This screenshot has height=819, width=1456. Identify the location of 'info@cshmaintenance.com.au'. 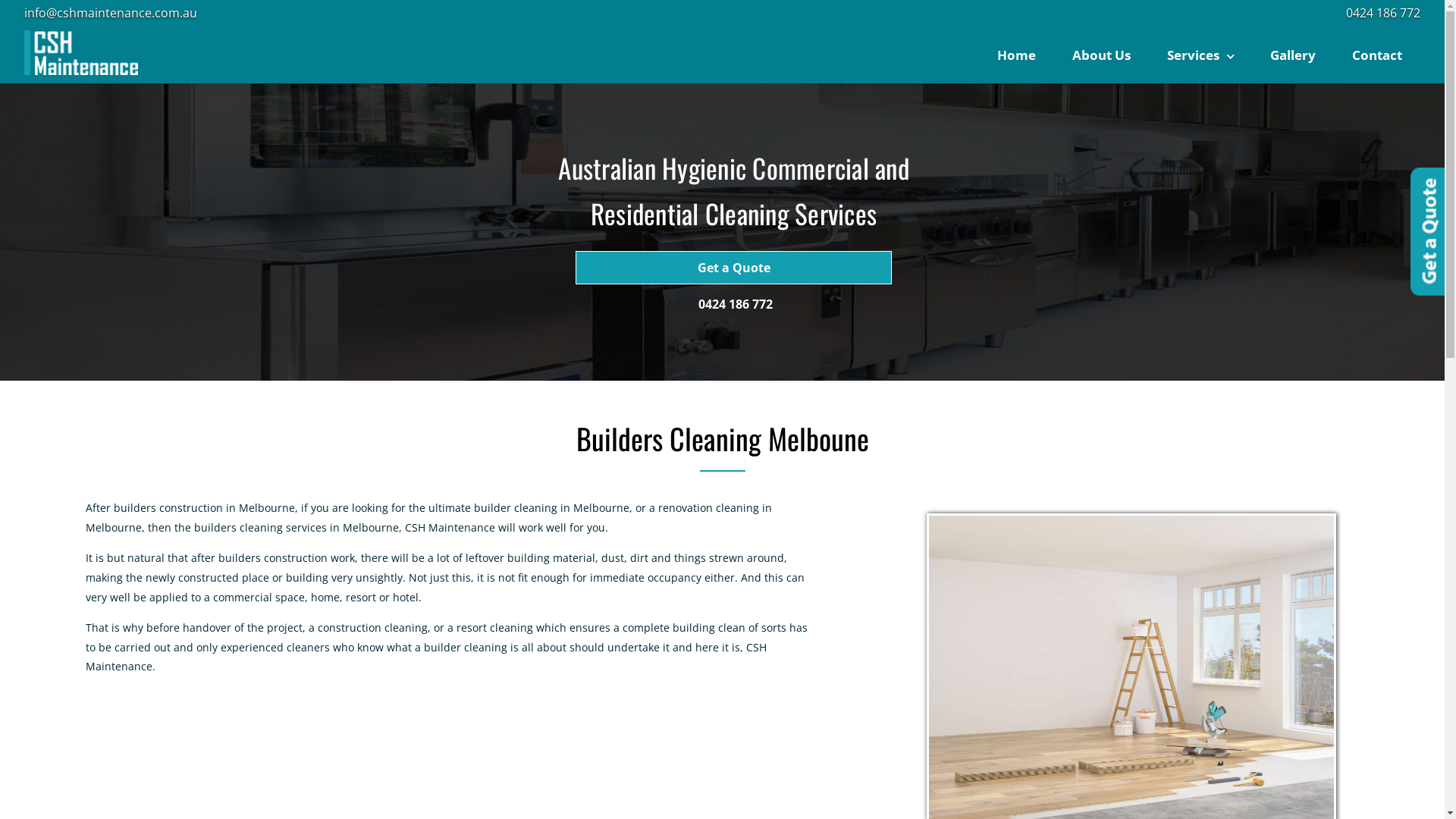
(109, 12).